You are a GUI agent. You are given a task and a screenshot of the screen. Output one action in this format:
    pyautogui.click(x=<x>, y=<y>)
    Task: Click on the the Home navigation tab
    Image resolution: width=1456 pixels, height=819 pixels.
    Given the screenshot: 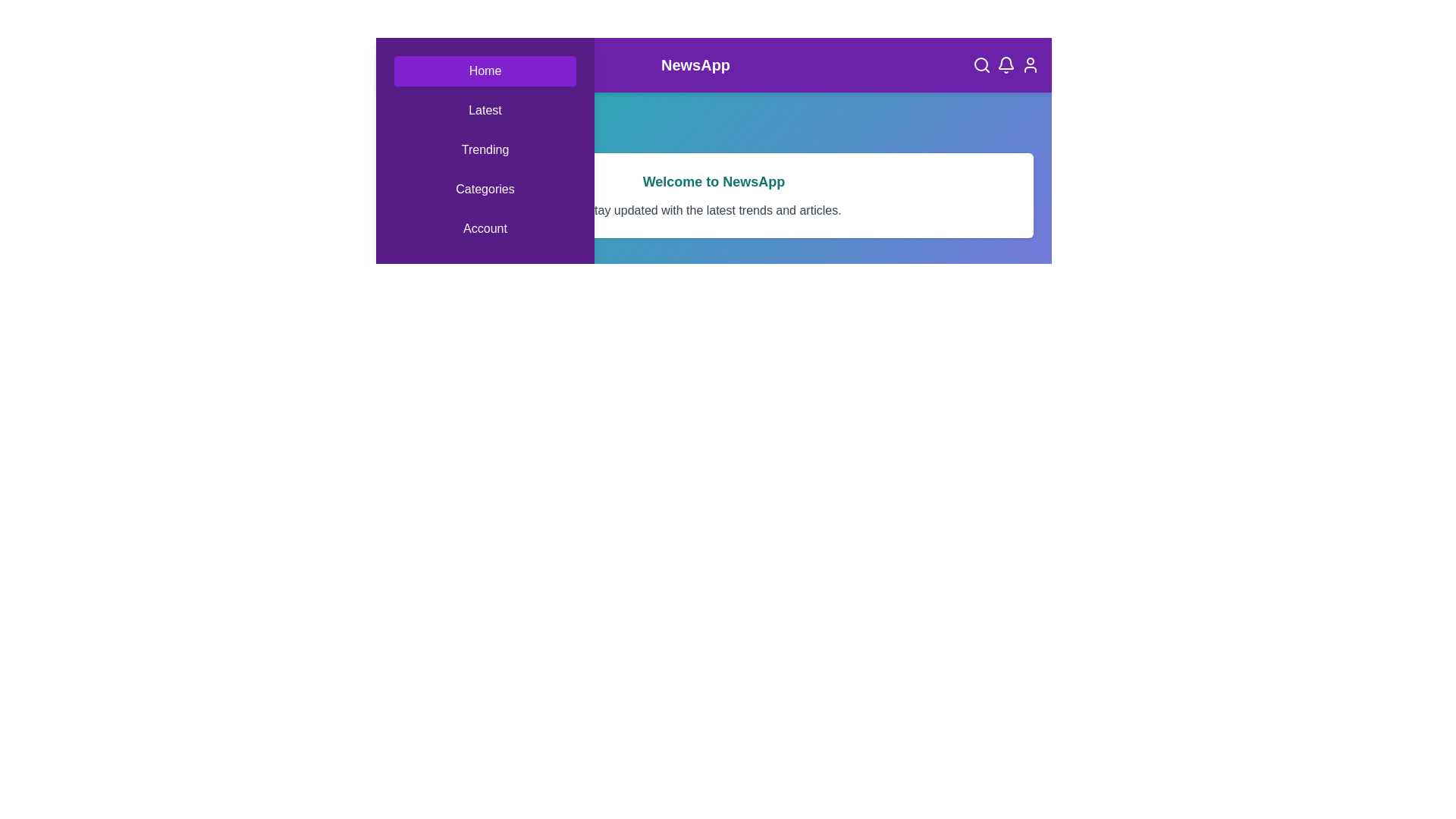 What is the action you would take?
    pyautogui.click(x=484, y=71)
    